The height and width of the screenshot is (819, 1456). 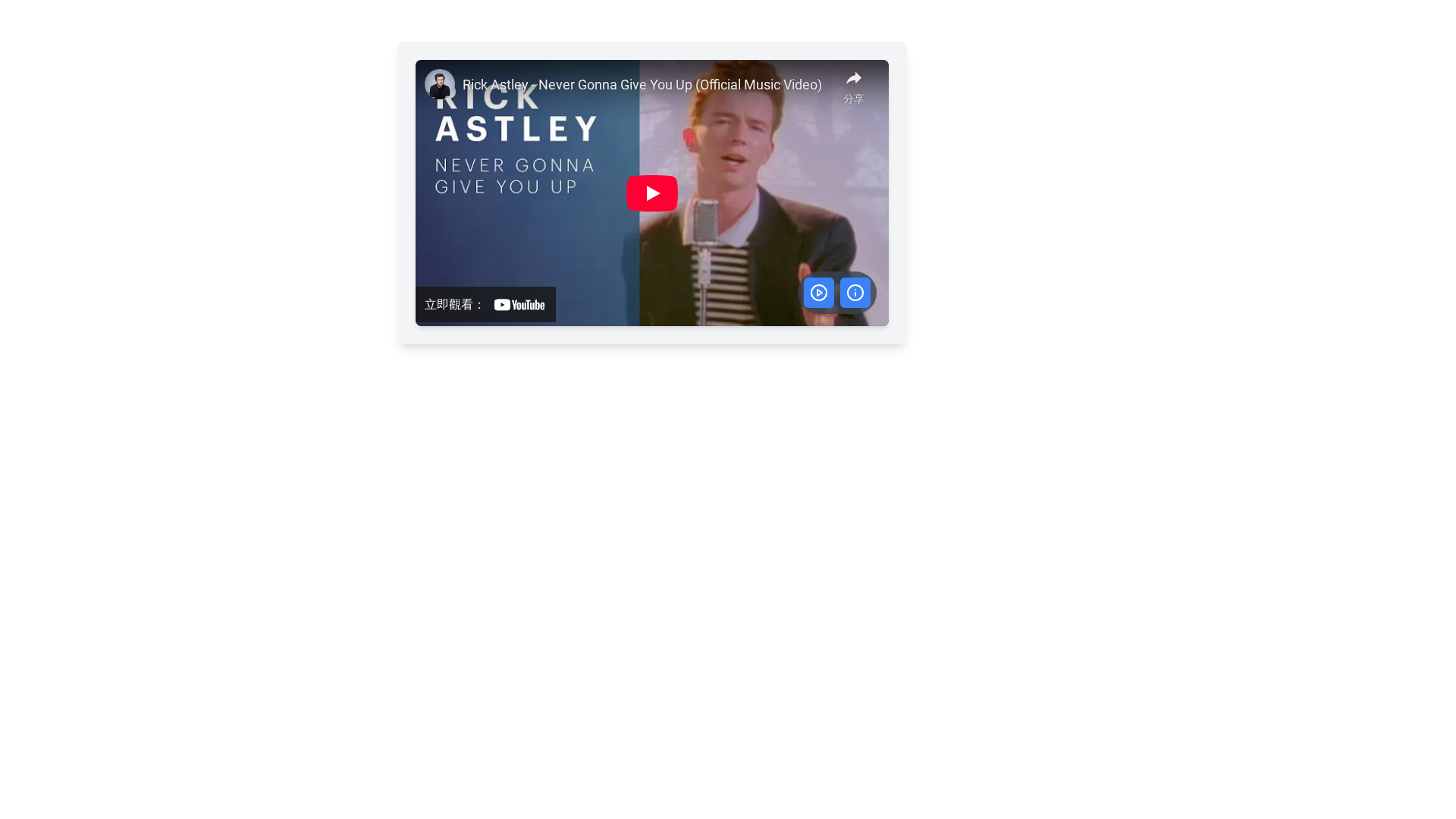 I want to click on the leftmost circular button in the bottom-right corner of the video preview section, so click(x=817, y=292).